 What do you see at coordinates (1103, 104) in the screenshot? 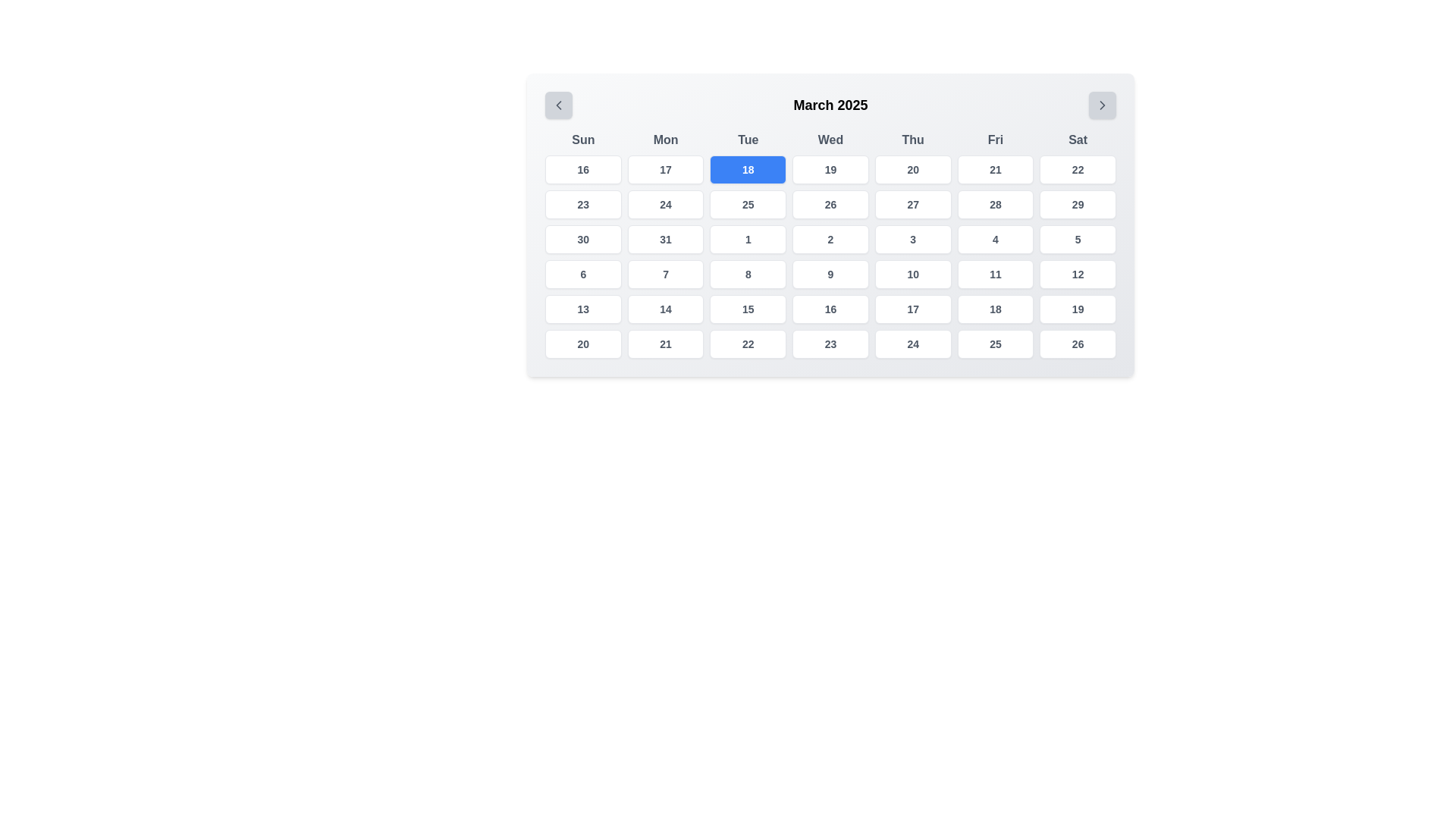
I see `the navigation button with a right-pointing chevron, styled with a rounded gray background` at bounding box center [1103, 104].